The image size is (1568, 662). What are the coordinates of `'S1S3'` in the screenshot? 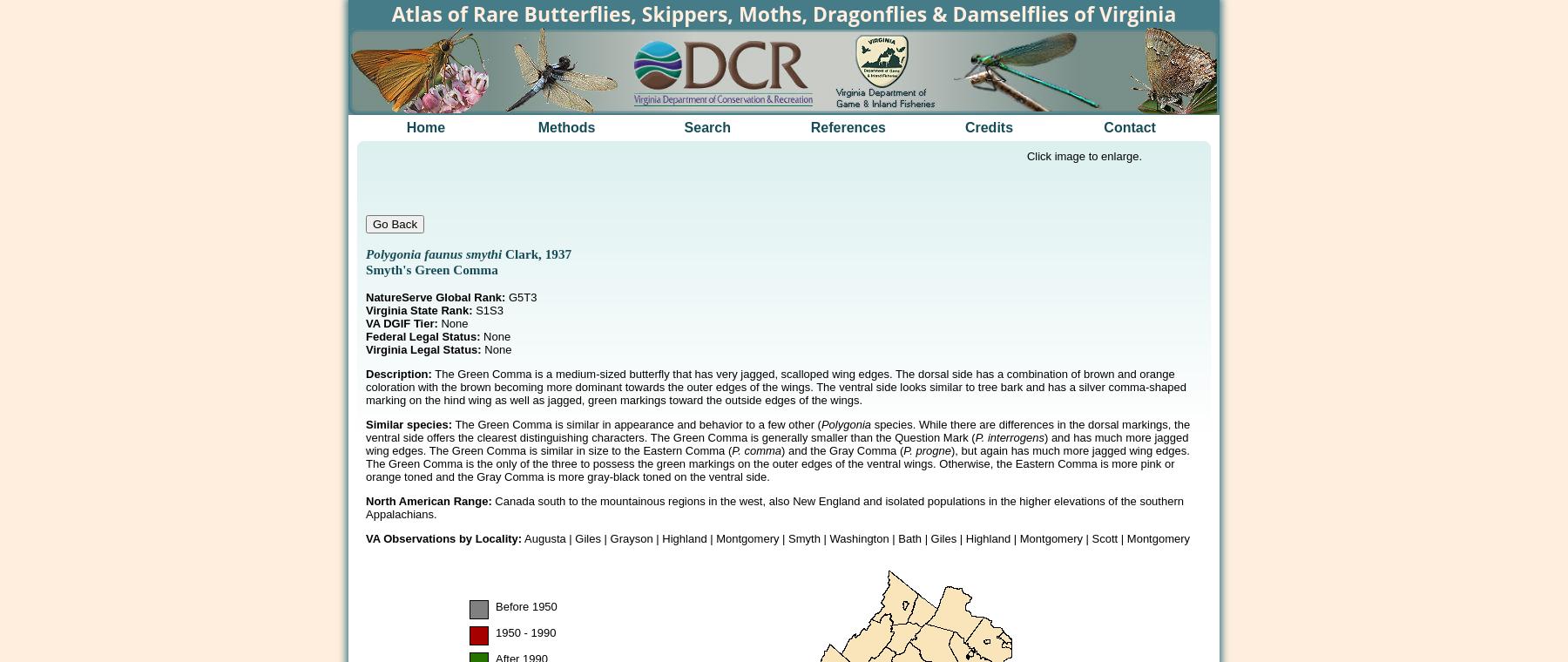 It's located at (486, 310).